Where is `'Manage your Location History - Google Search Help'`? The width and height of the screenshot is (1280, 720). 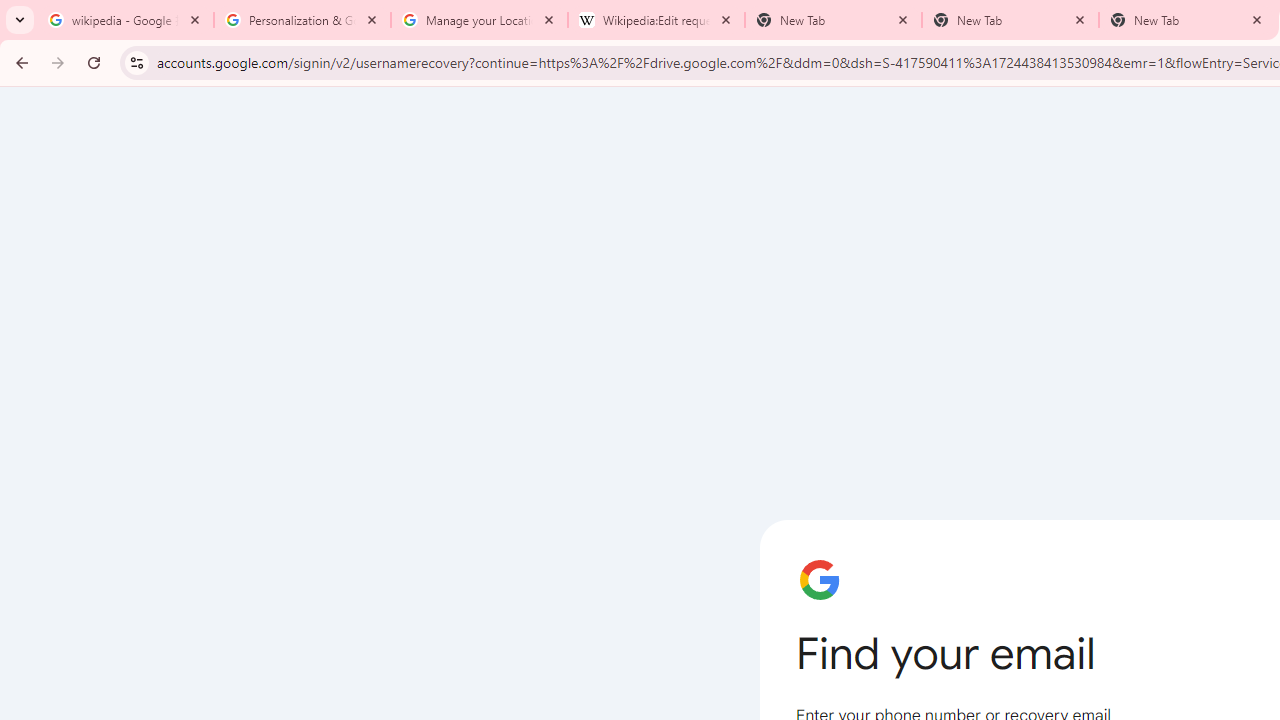
'Manage your Location History - Google Search Help' is located at coordinates (478, 20).